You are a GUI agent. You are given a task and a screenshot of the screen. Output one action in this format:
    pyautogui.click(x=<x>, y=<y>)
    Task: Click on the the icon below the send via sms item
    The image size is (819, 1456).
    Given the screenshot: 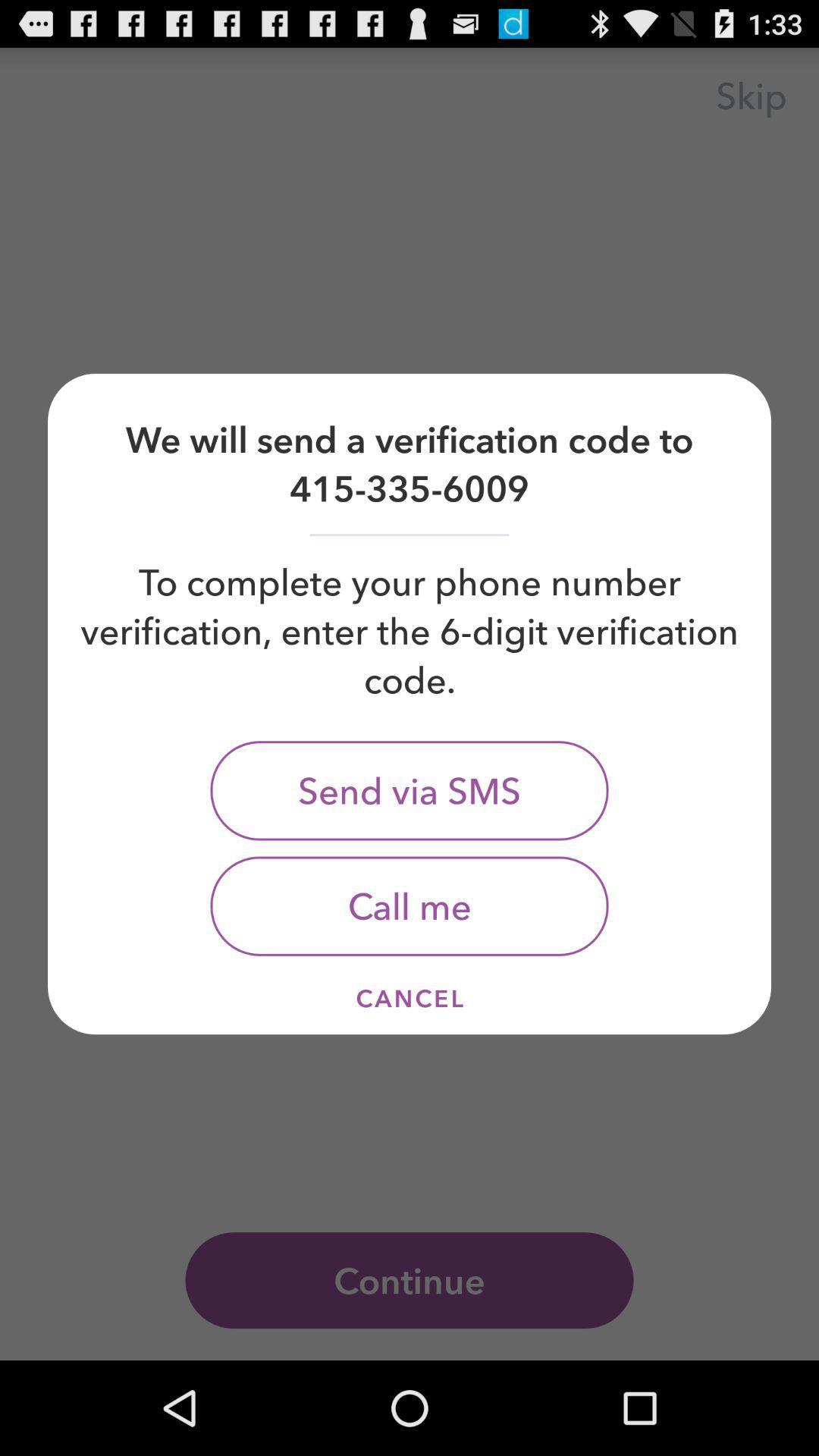 What is the action you would take?
    pyautogui.click(x=409, y=906)
    